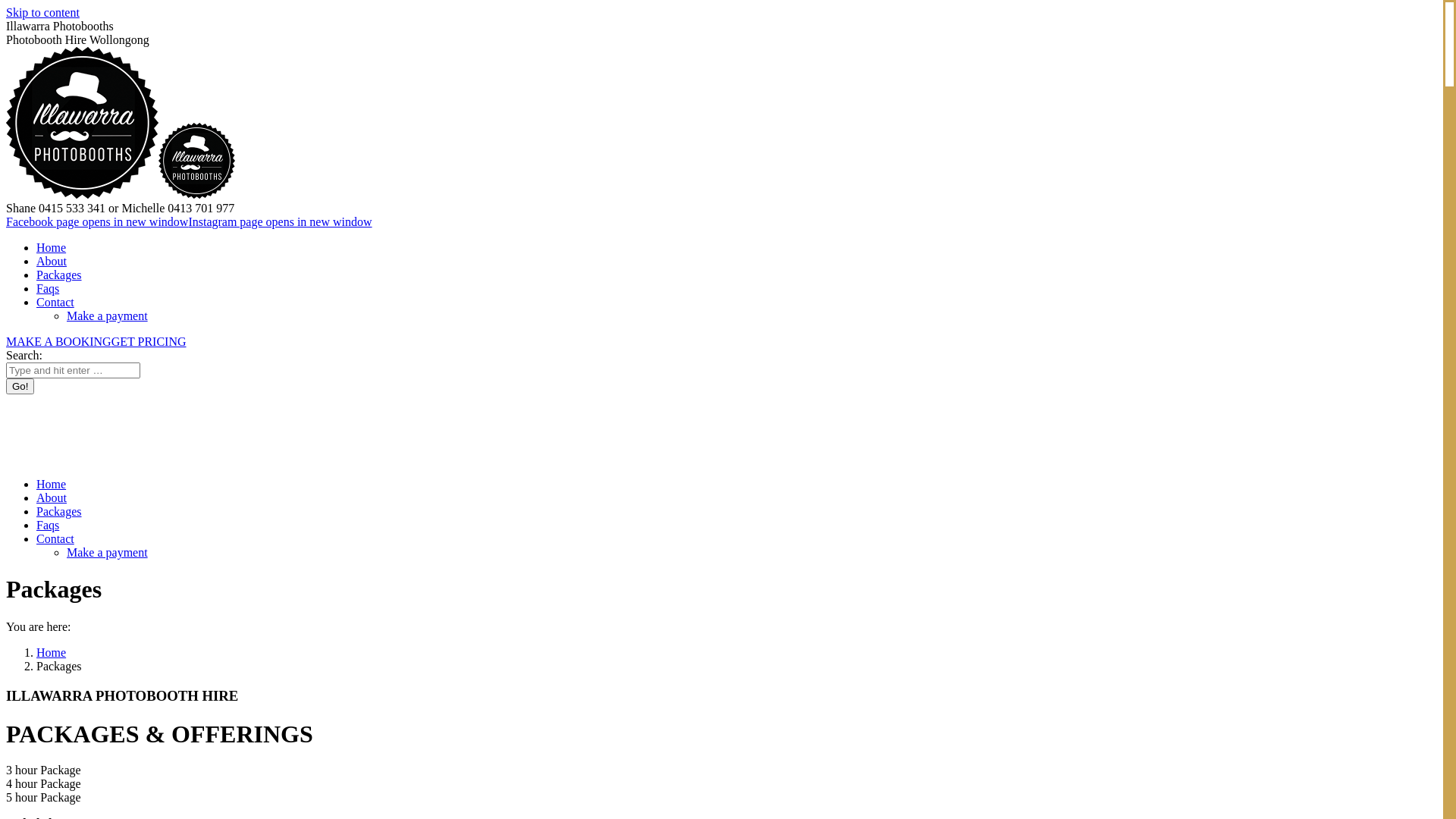 The image size is (1456, 819). What do you see at coordinates (36, 497) in the screenshot?
I see `'About'` at bounding box center [36, 497].